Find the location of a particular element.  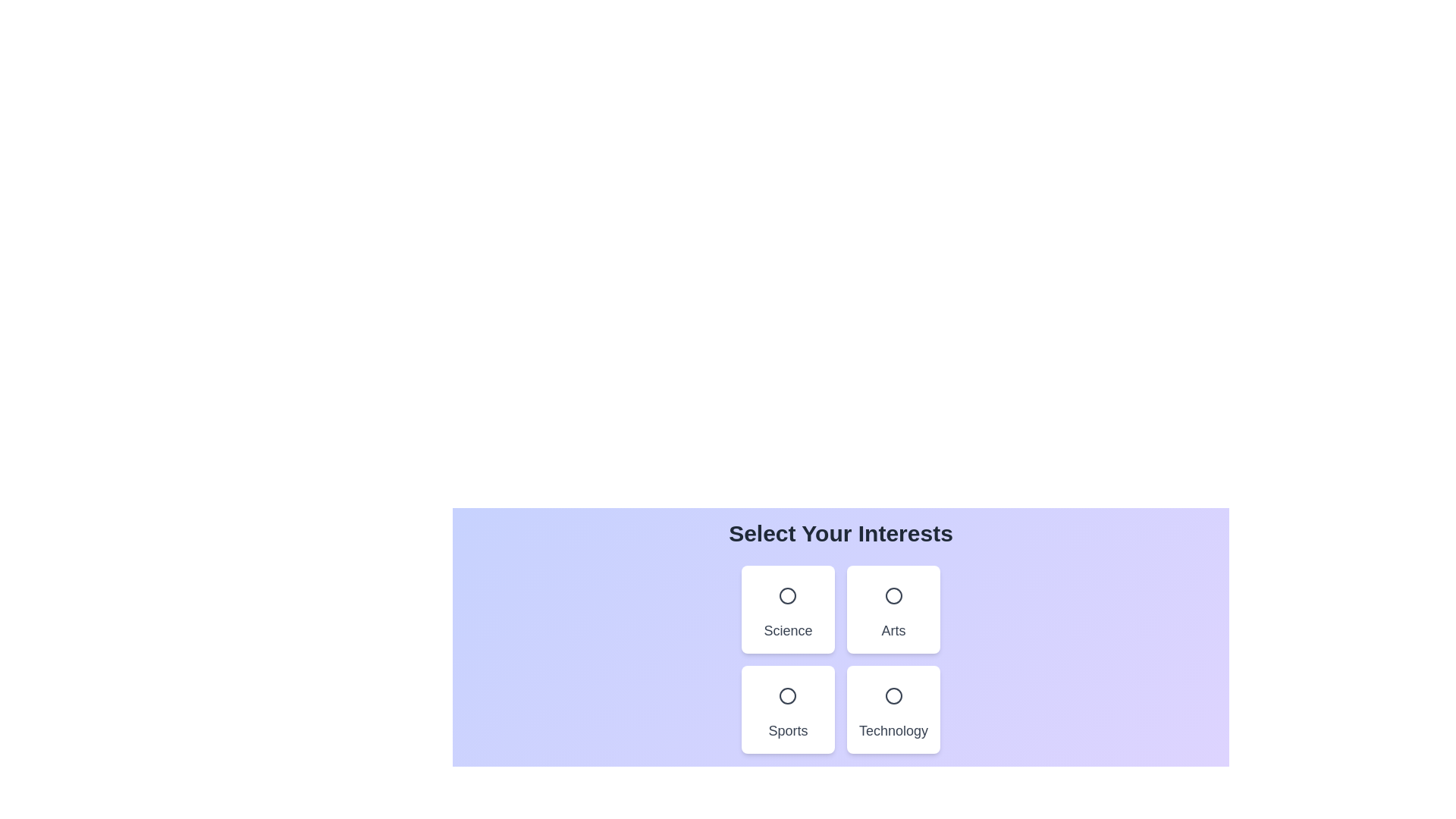

the category card for Science is located at coordinates (787, 608).